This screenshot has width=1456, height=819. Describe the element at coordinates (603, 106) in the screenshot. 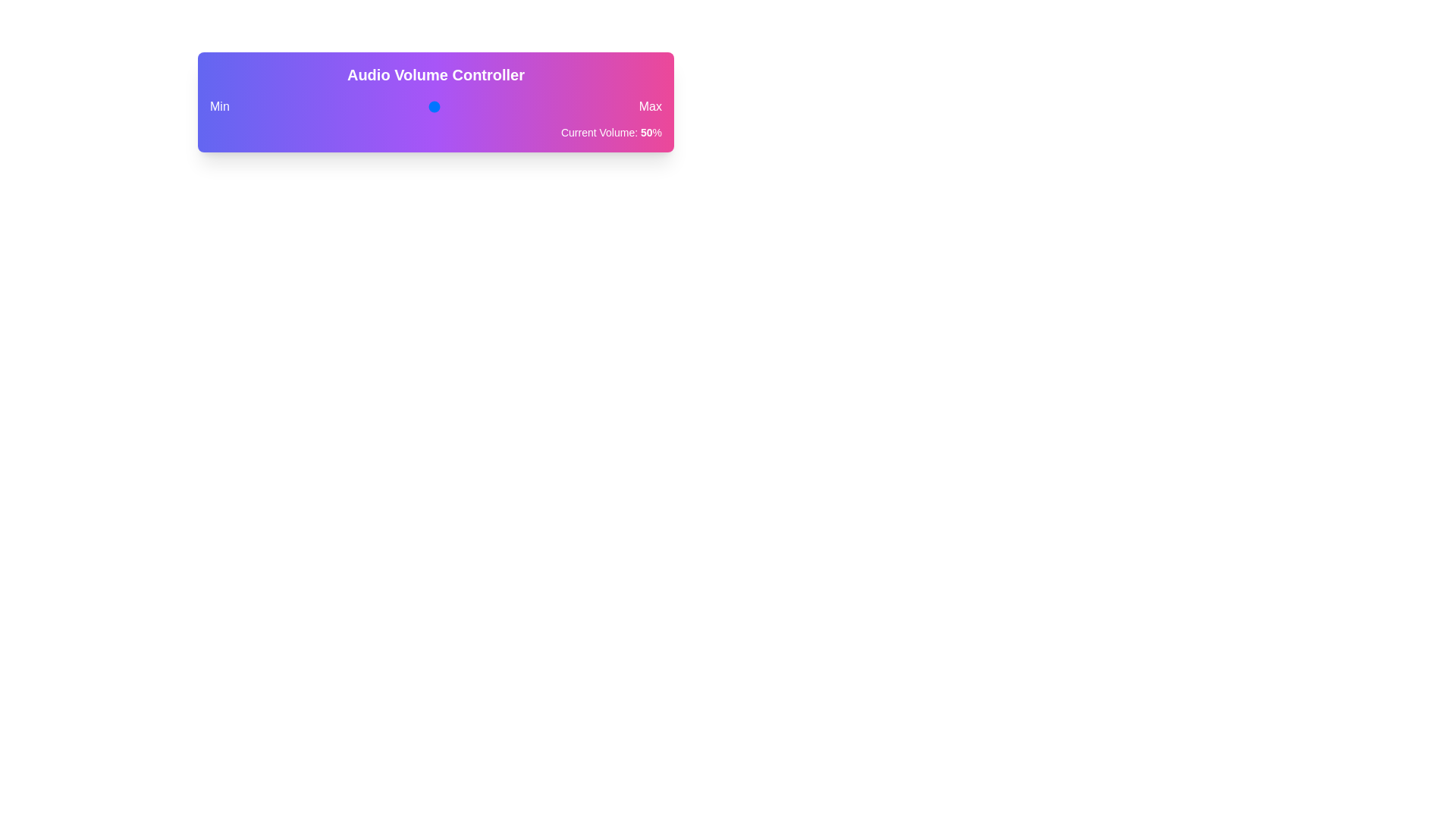

I see `the volume slider to 94%` at that location.